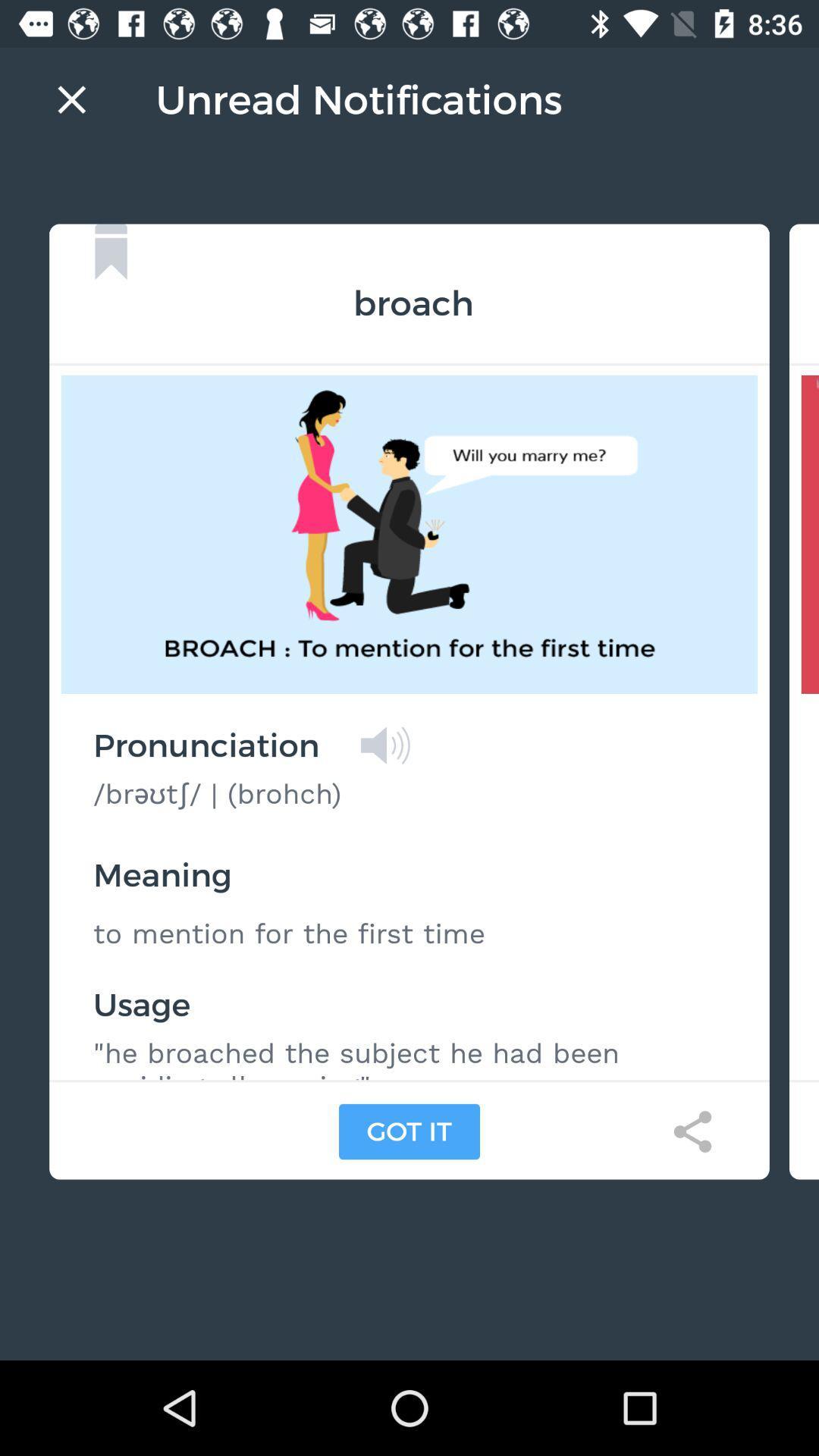 Image resolution: width=819 pixels, height=1456 pixels. What do you see at coordinates (71, 99) in the screenshot?
I see `cancel` at bounding box center [71, 99].